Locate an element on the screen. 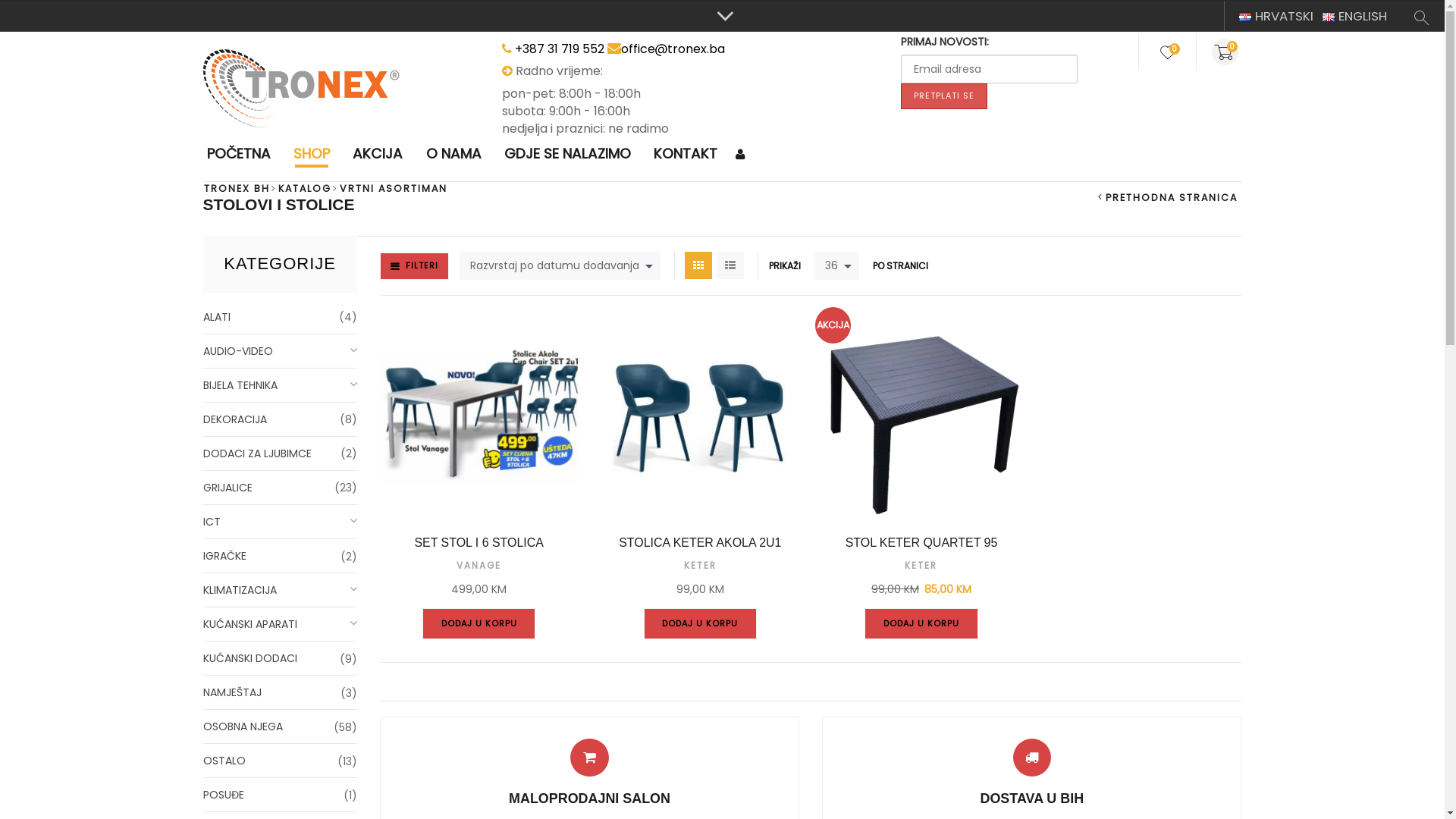 This screenshot has height=819, width=1456. 'OSOBNA NJEGA' is located at coordinates (280, 726).